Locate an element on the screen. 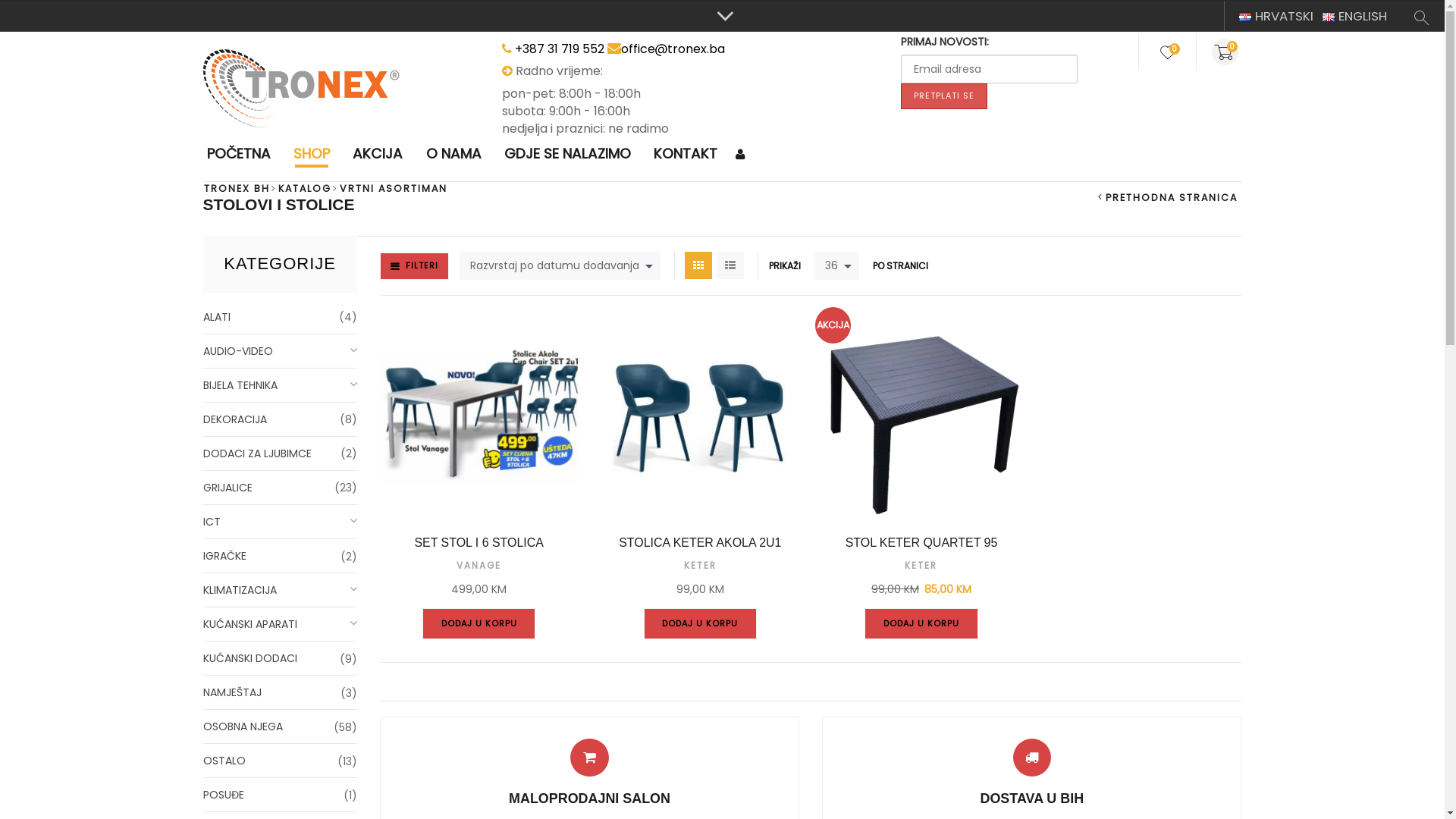 This screenshot has height=819, width=1456. 'OSOBNA NJEGA' is located at coordinates (280, 726).